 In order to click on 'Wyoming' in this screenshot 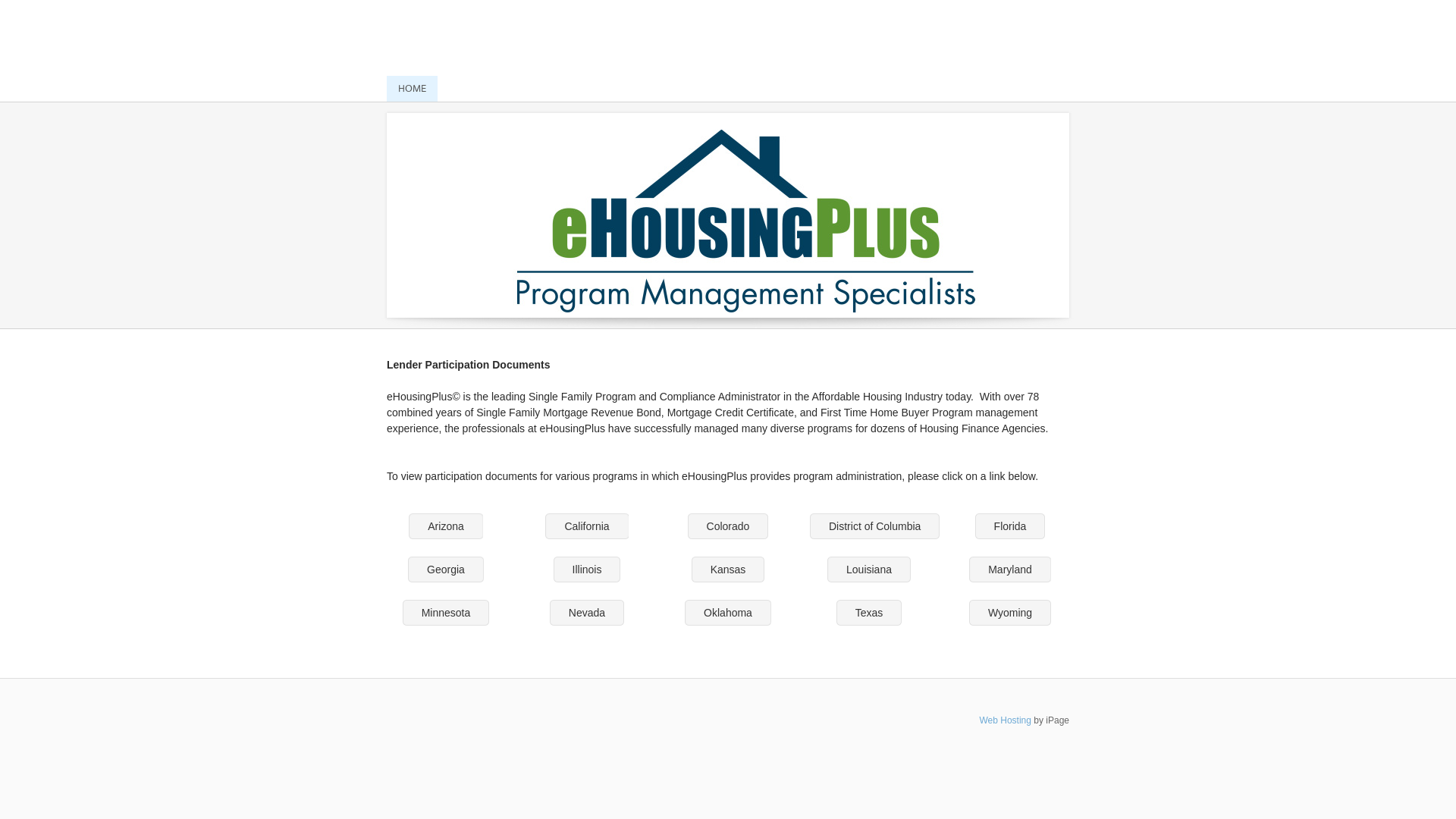, I will do `click(1010, 611)`.